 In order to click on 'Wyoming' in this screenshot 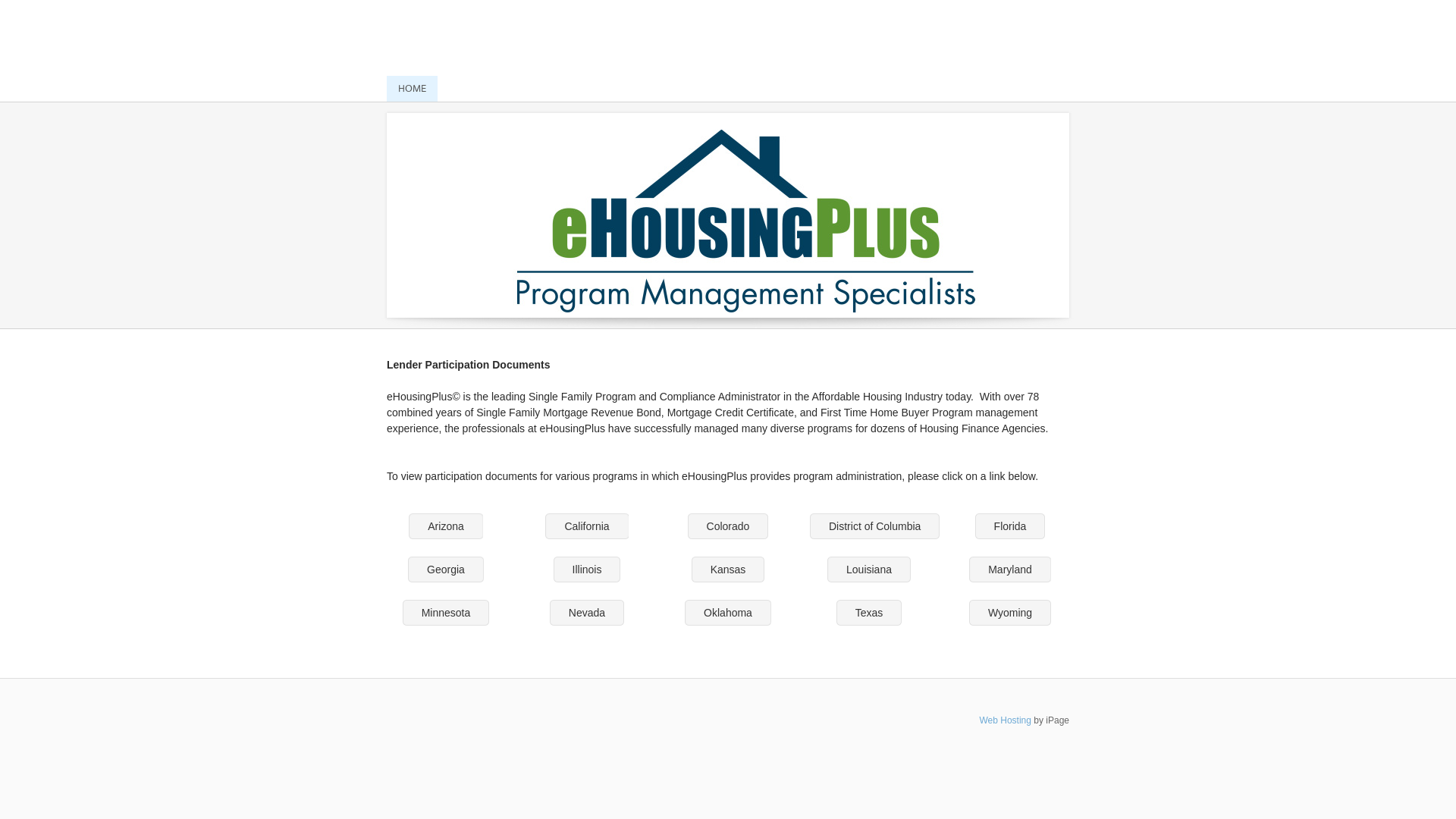, I will do `click(1010, 611)`.